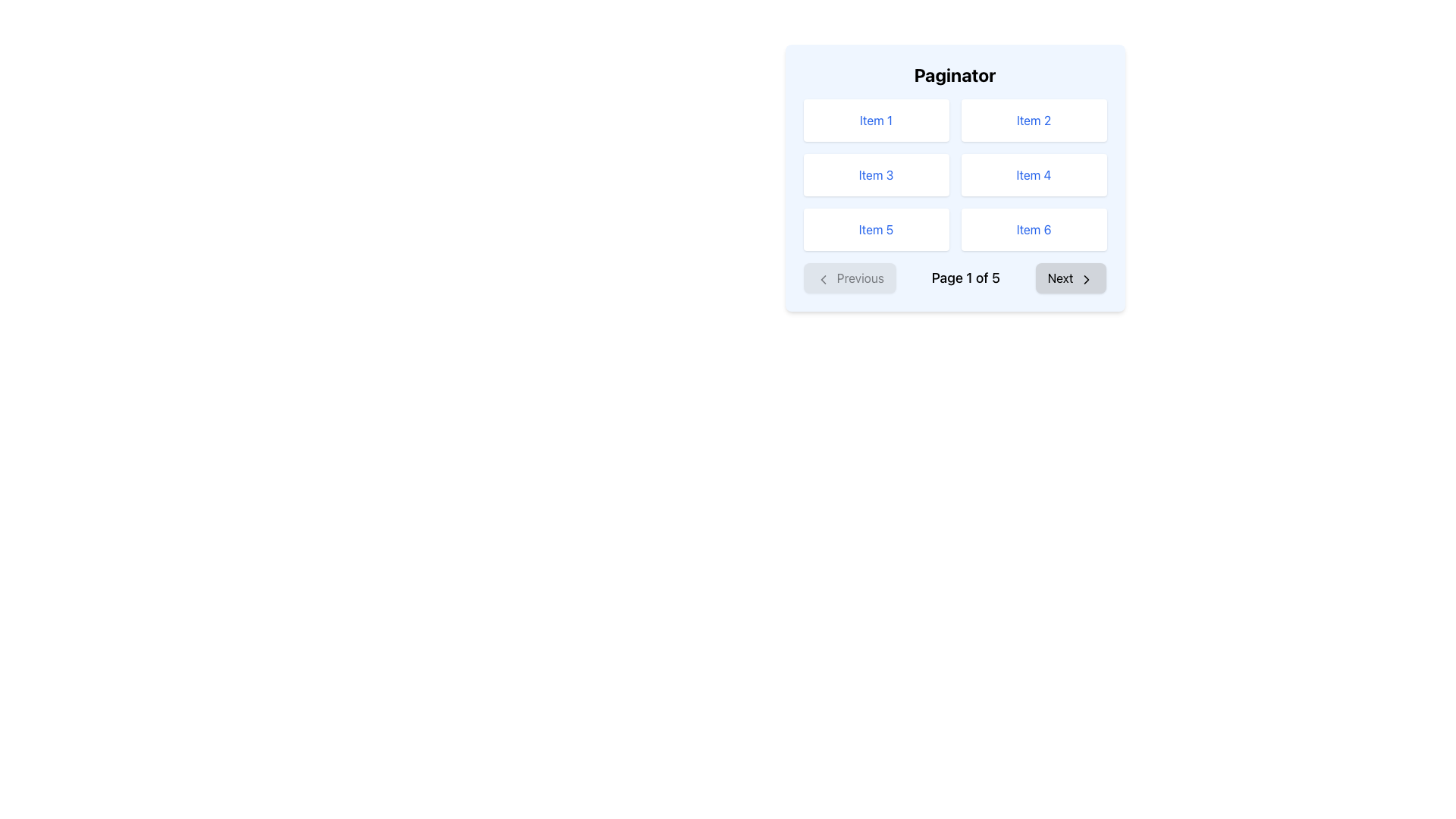  I want to click on the gray button with black text labeled 'Next' that has a right-pointing chevron, located on the bottom-right of the paginator component, so click(1070, 278).